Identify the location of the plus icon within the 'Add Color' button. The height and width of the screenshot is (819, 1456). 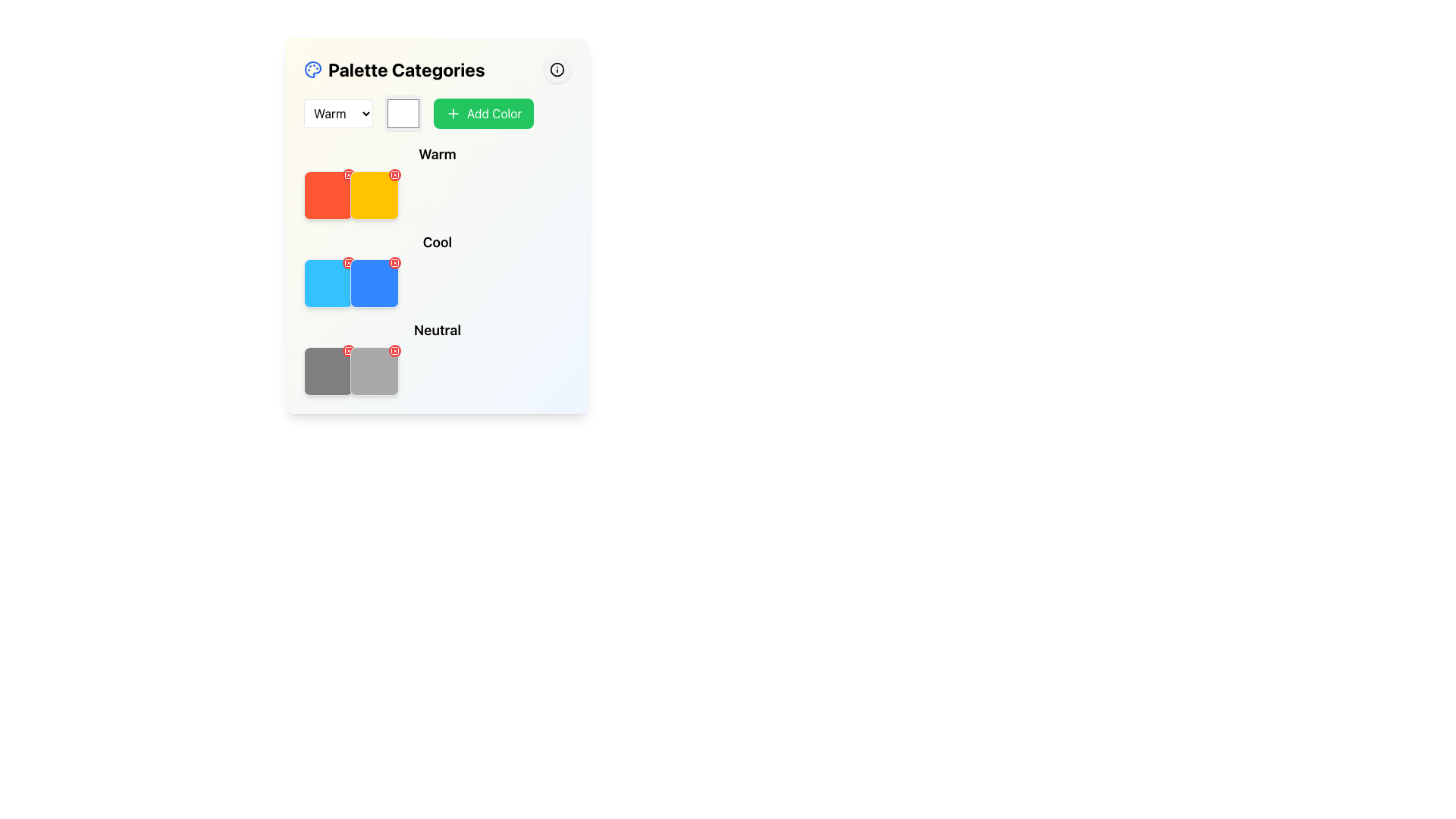
(453, 113).